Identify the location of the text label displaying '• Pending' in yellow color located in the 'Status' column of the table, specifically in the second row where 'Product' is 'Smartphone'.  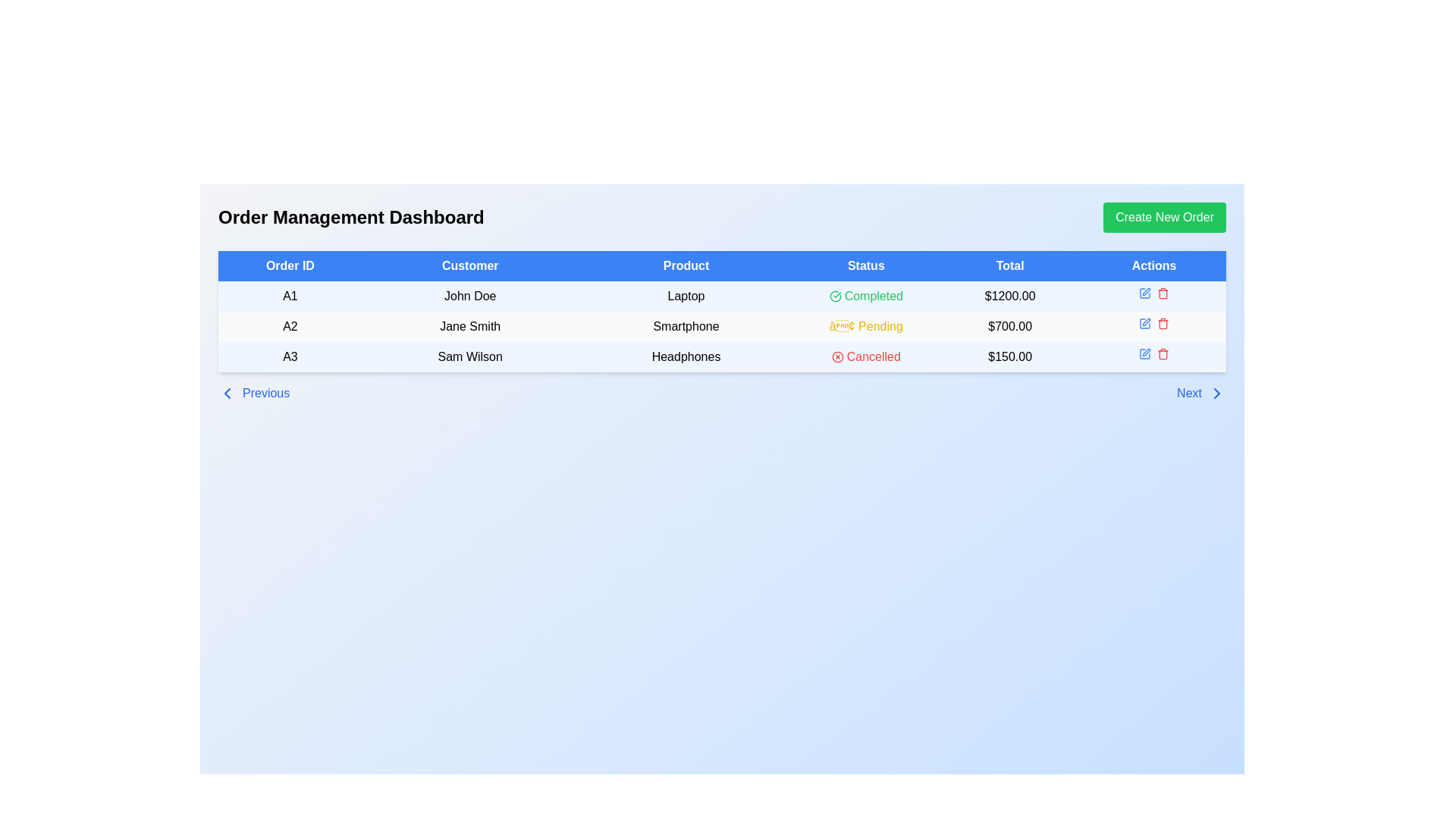
(866, 326).